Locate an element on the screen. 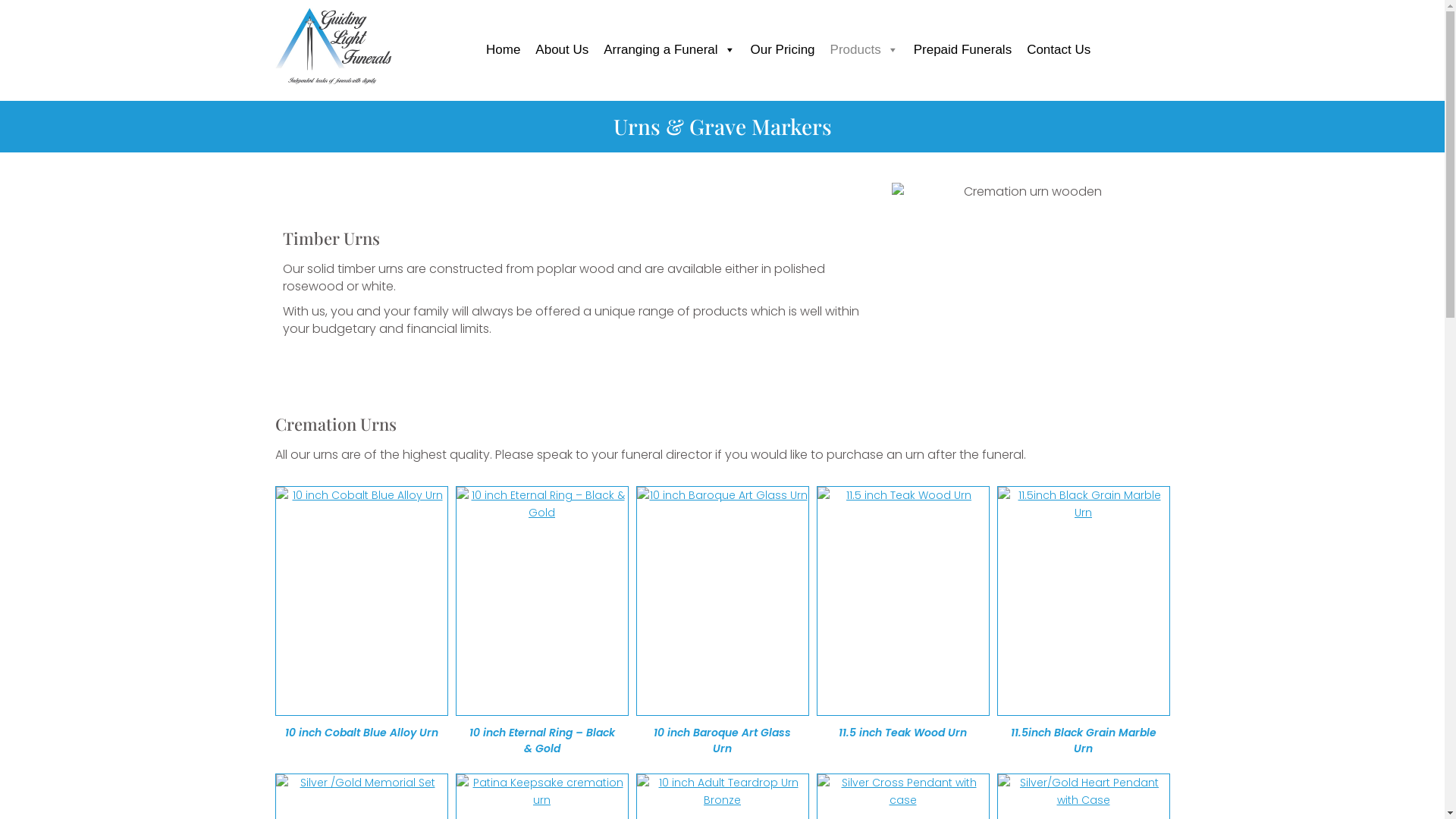 The width and height of the screenshot is (1456, 819). 'About Us' is located at coordinates (560, 49).